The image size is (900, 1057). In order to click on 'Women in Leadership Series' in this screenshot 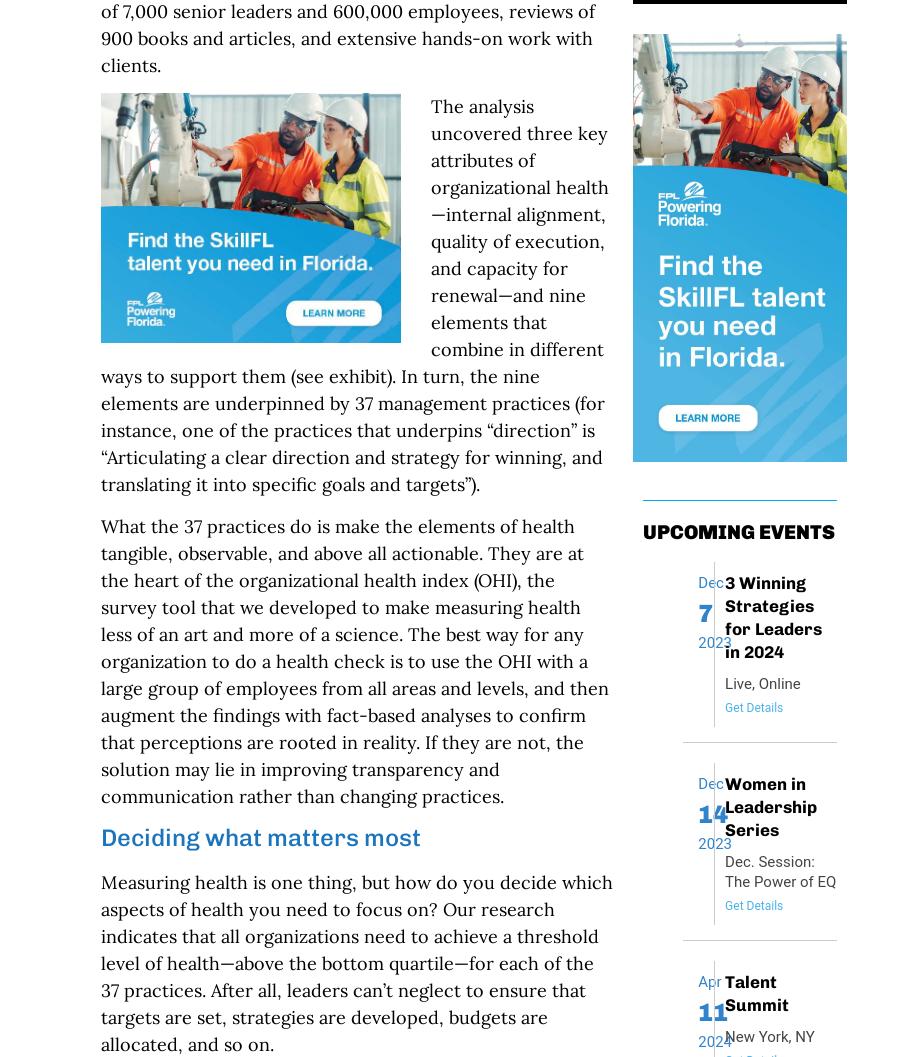, I will do `click(770, 807)`.